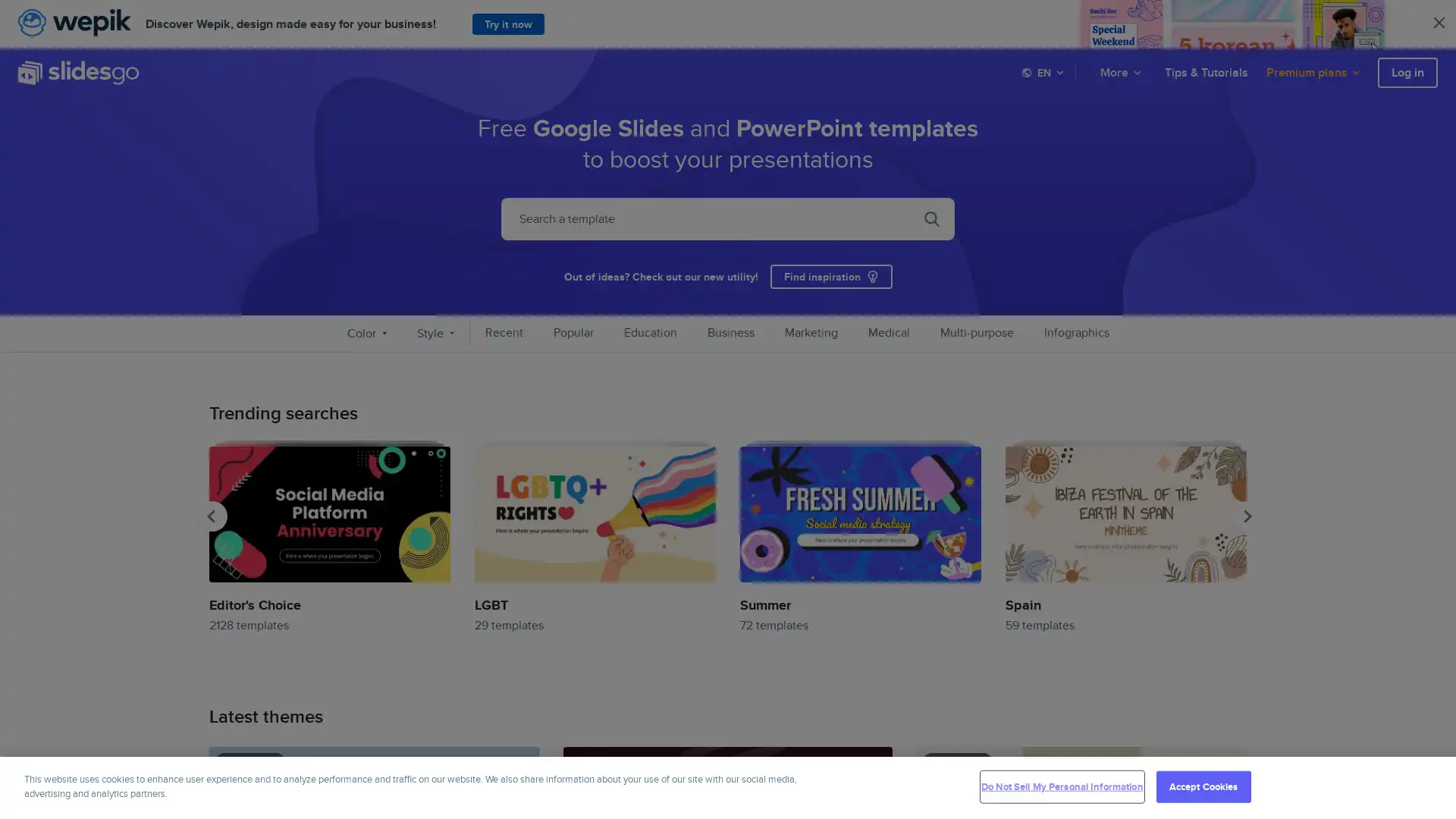 This screenshot has height=819, width=1456. Describe the element at coordinates (989, 73) in the screenshot. I see `Search button` at that location.